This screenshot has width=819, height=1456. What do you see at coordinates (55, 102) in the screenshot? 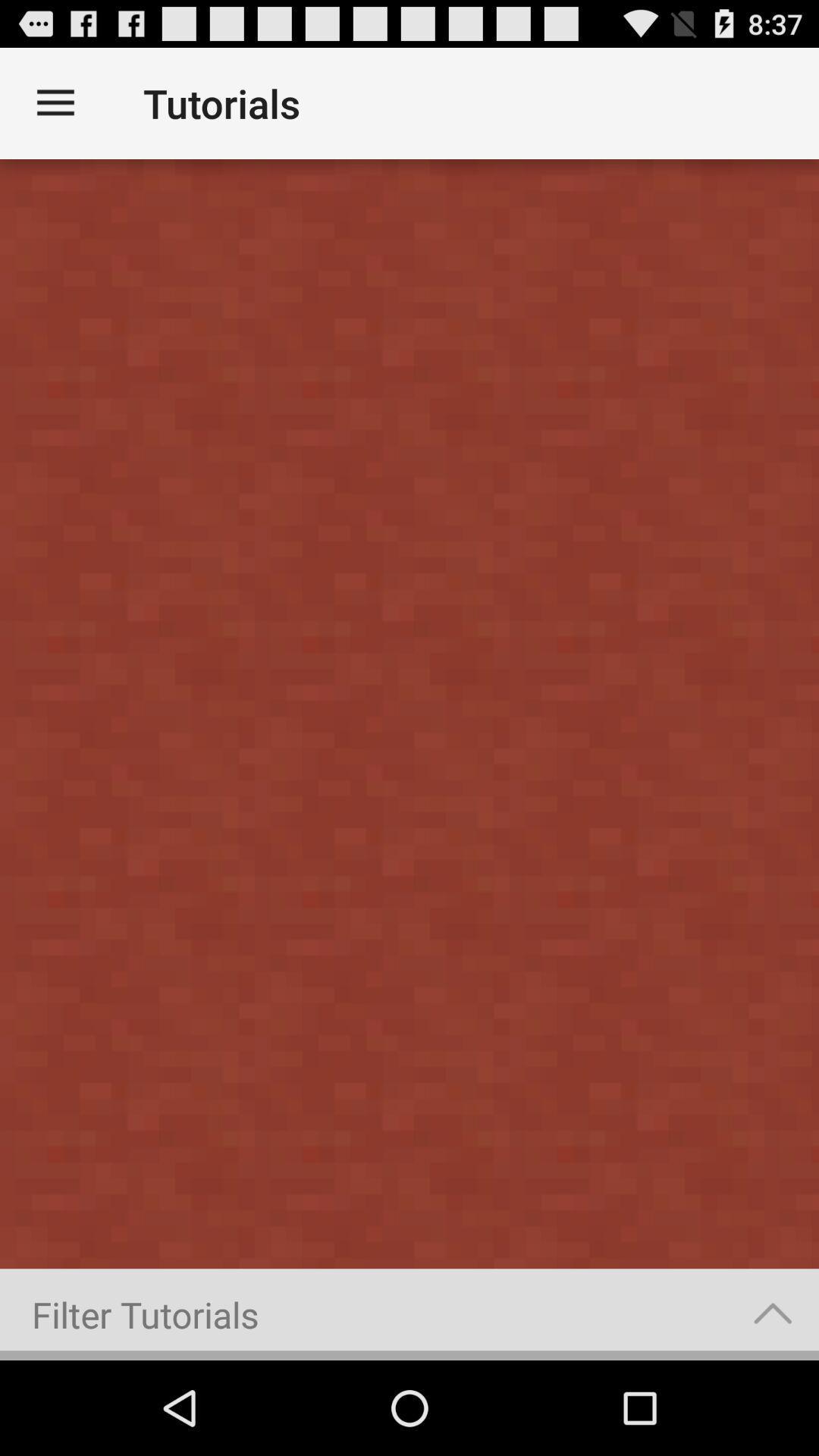
I see `the item next to tutorials app` at bounding box center [55, 102].